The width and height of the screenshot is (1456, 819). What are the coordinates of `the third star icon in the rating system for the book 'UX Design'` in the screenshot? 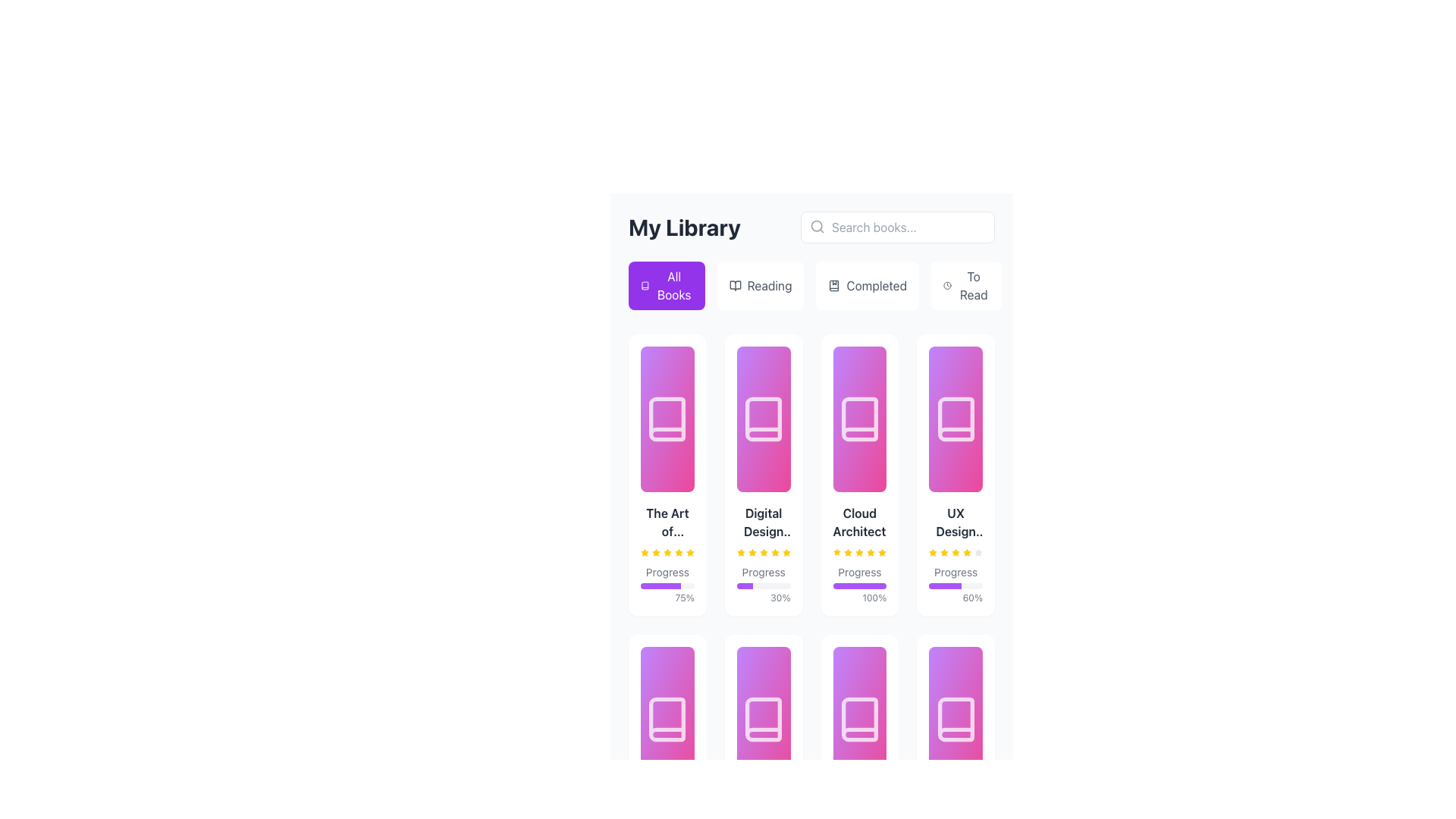 It's located at (932, 552).